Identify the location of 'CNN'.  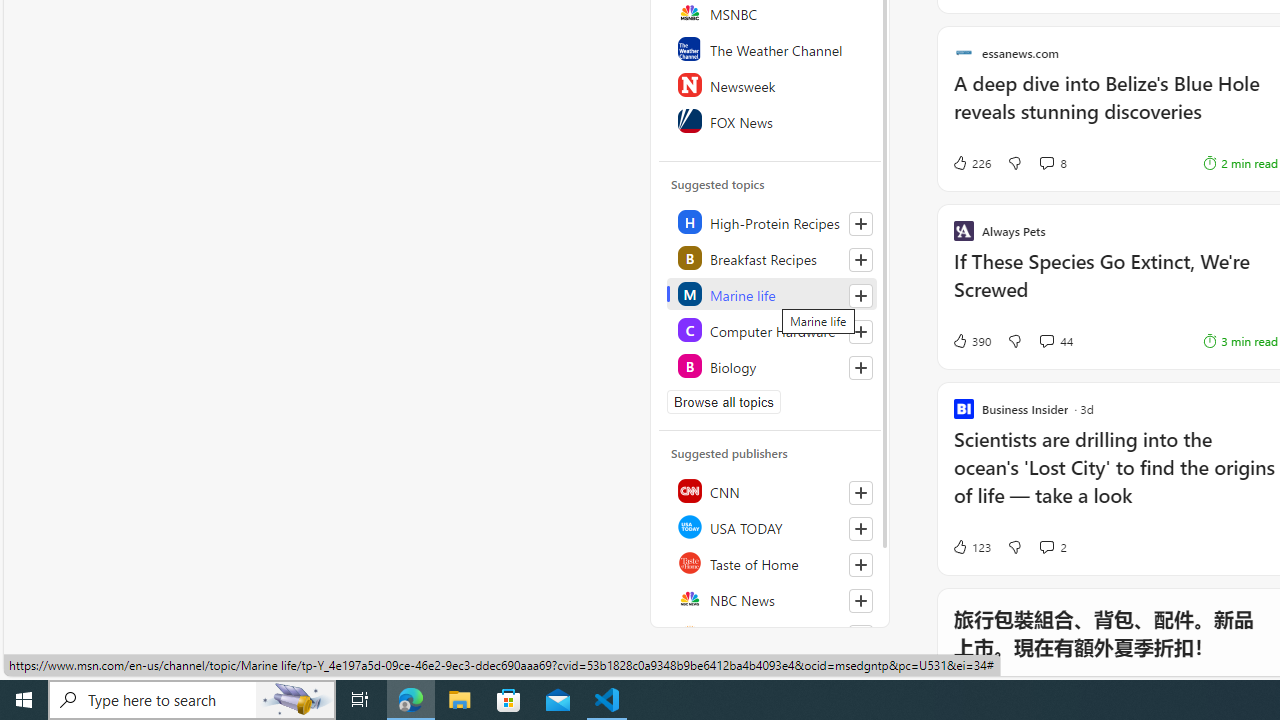
(770, 491).